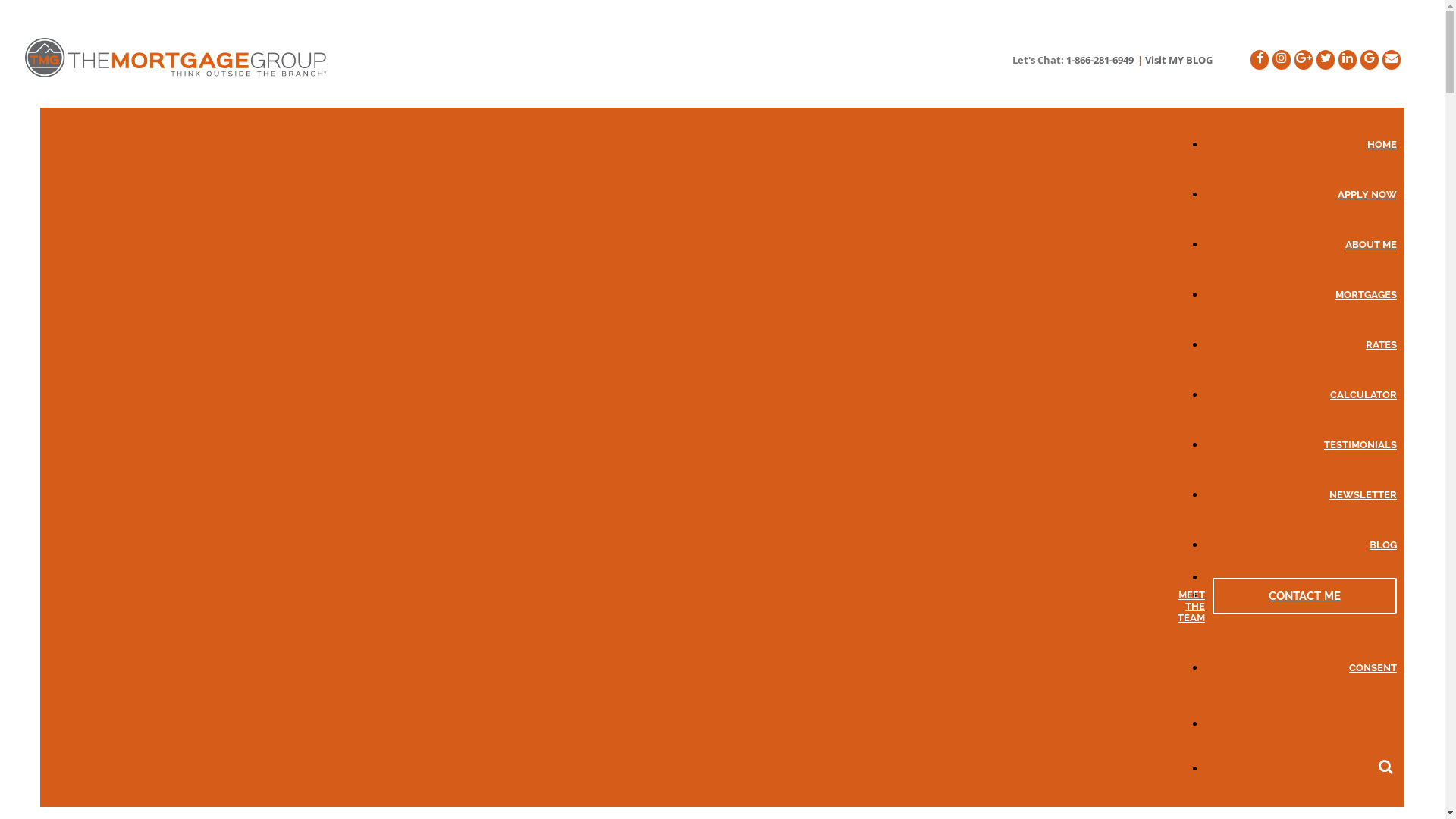 This screenshot has width=1456, height=819. What do you see at coordinates (1300, 491) in the screenshot?
I see `'NEWSLETTER'` at bounding box center [1300, 491].